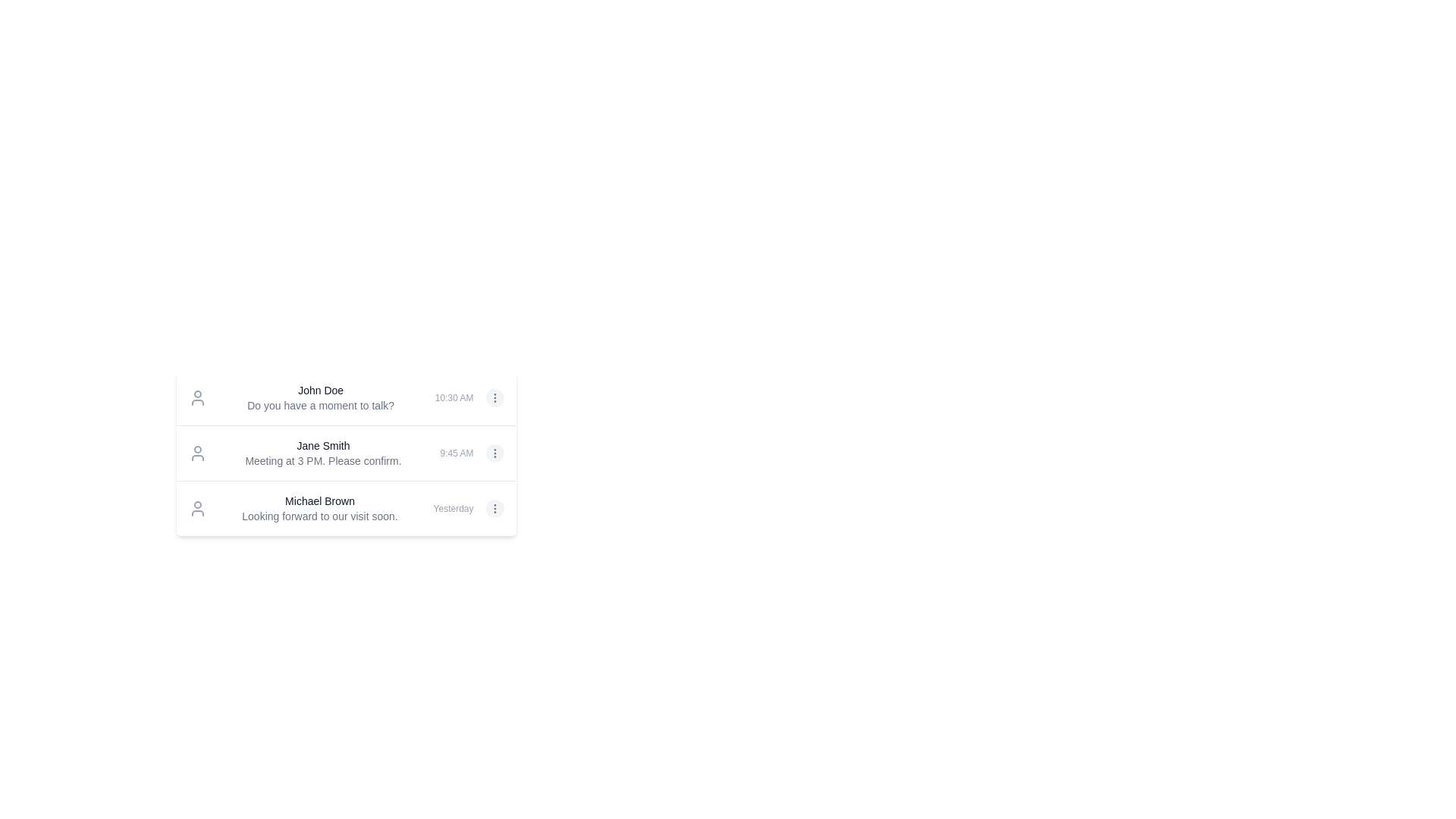 The image size is (1456, 819). Describe the element at coordinates (196, 397) in the screenshot. I see `the user icon represented by a gray outline of a person, which is positioned next to the name 'John Doe'` at that location.